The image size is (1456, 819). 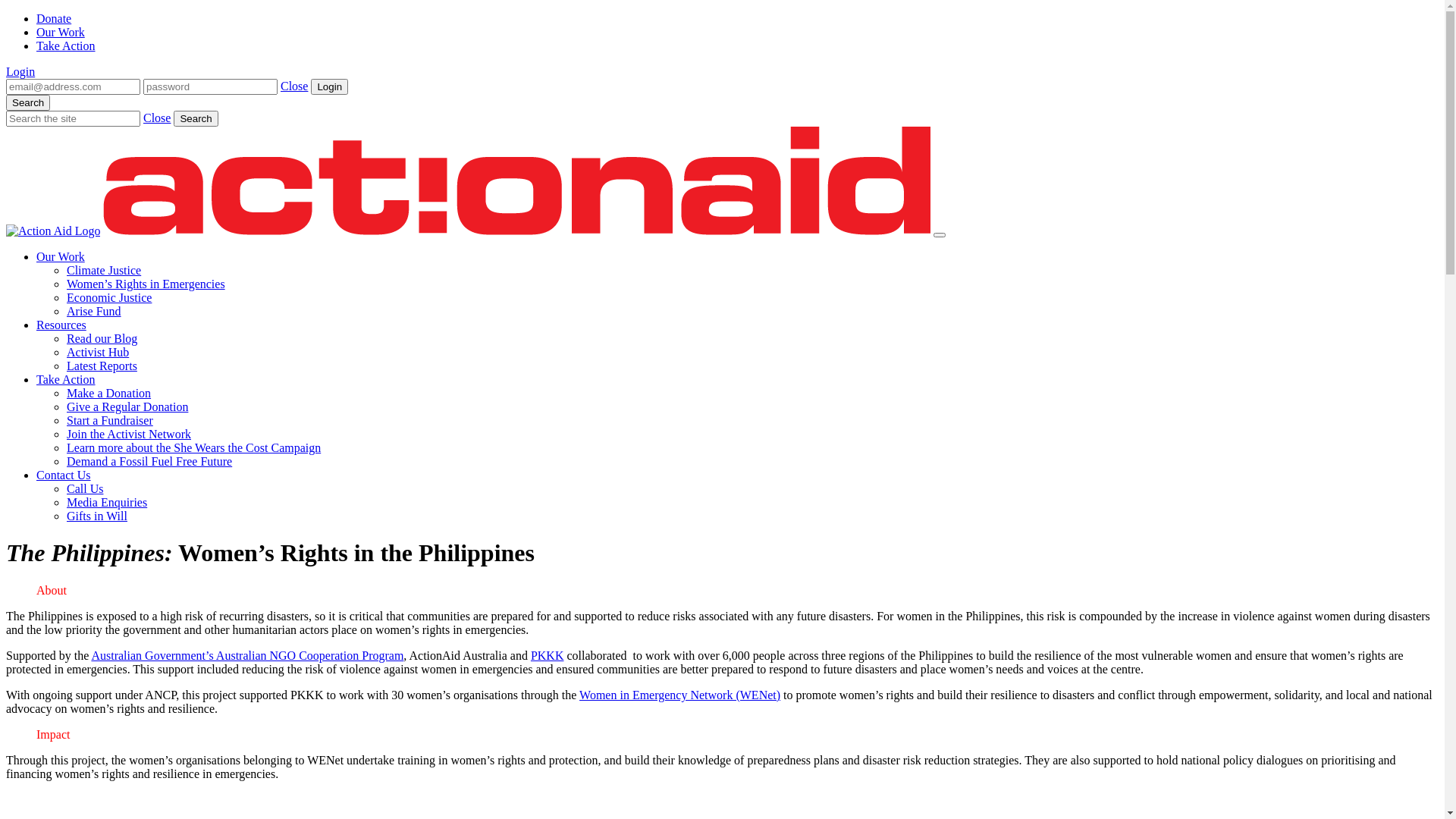 What do you see at coordinates (156, 117) in the screenshot?
I see `'Close'` at bounding box center [156, 117].